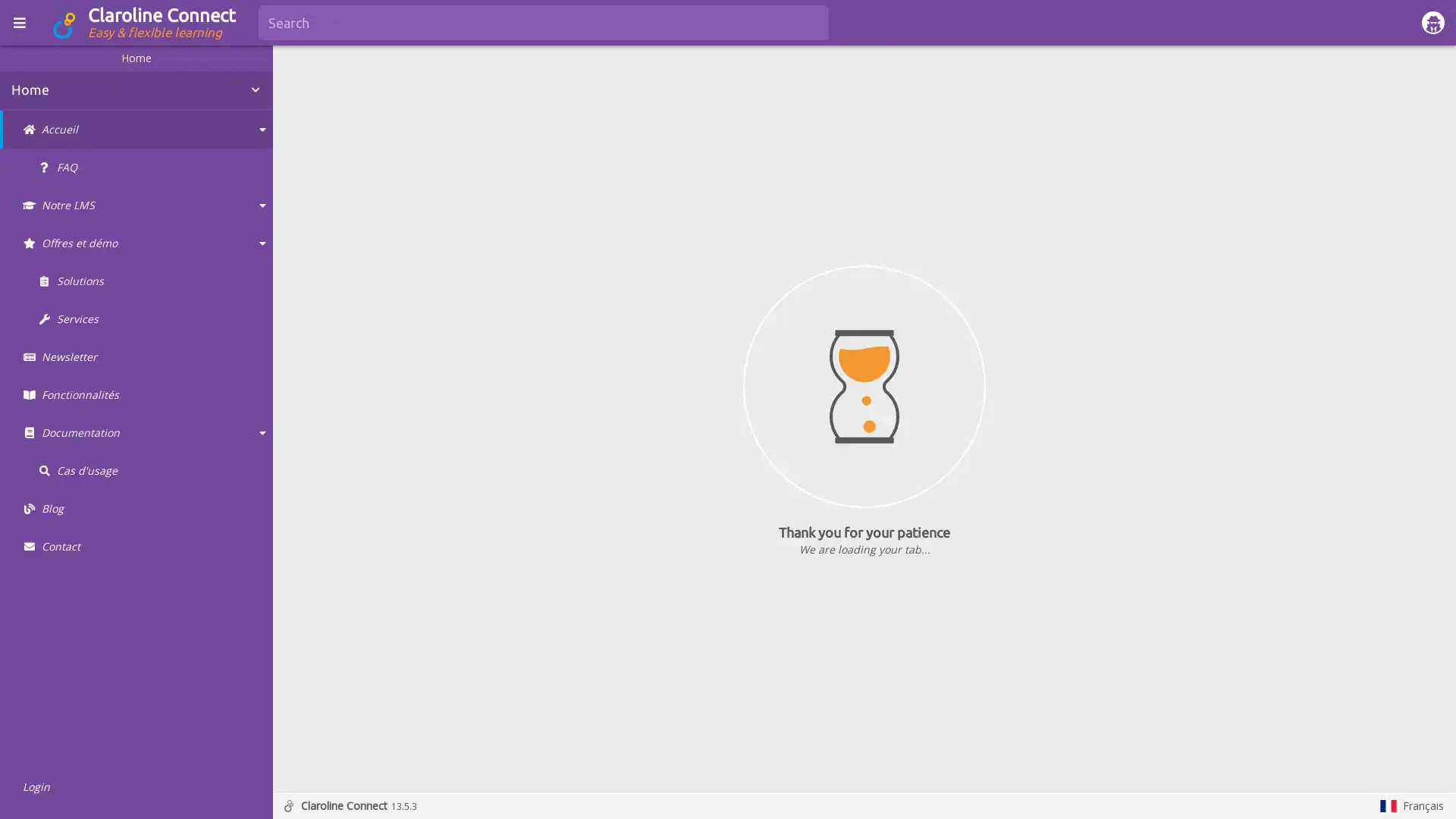  I want to click on Collapse, so click(262, 242).